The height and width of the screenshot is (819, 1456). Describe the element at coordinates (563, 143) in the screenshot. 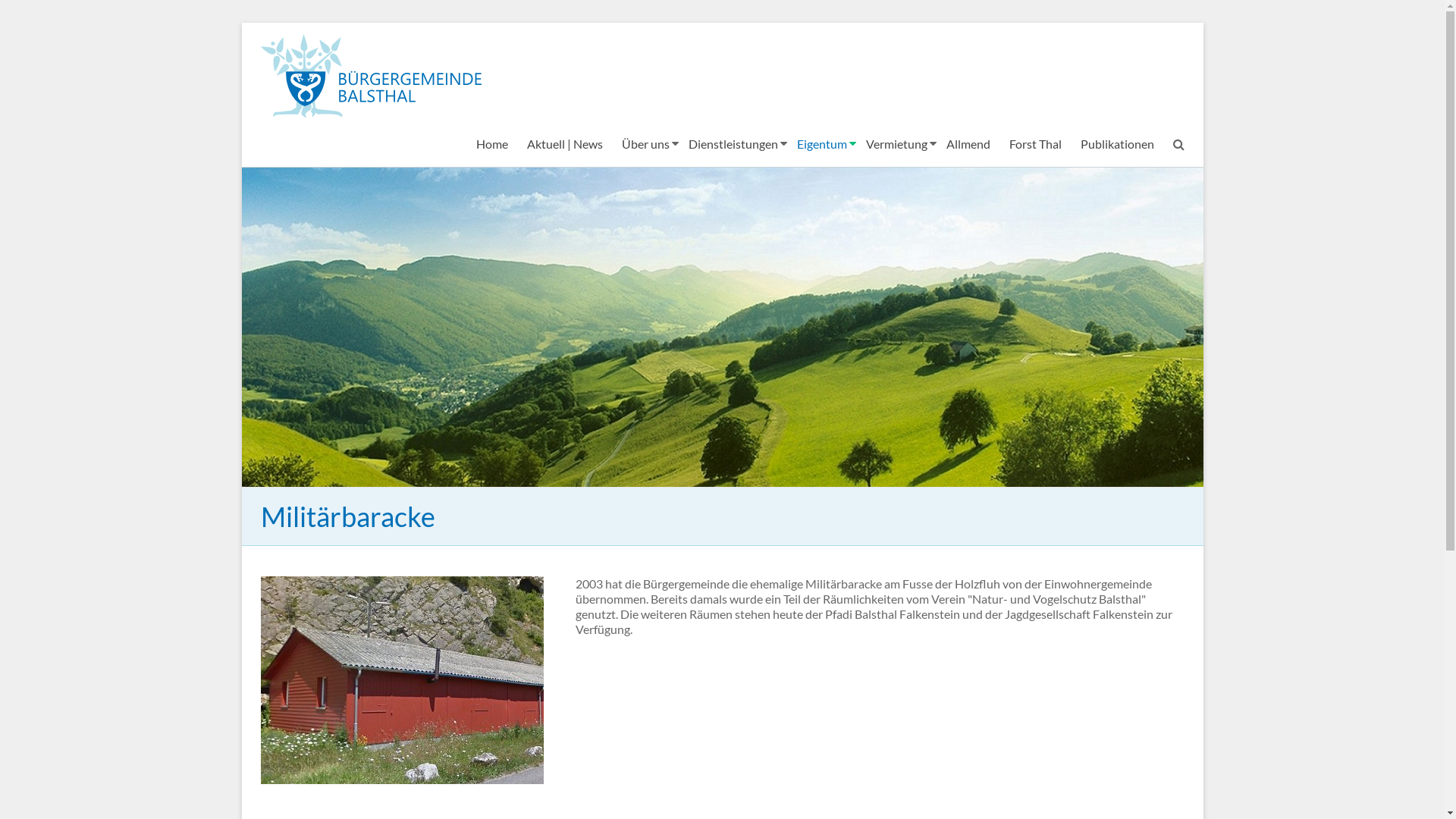

I see `'Aktuell | News'` at that location.